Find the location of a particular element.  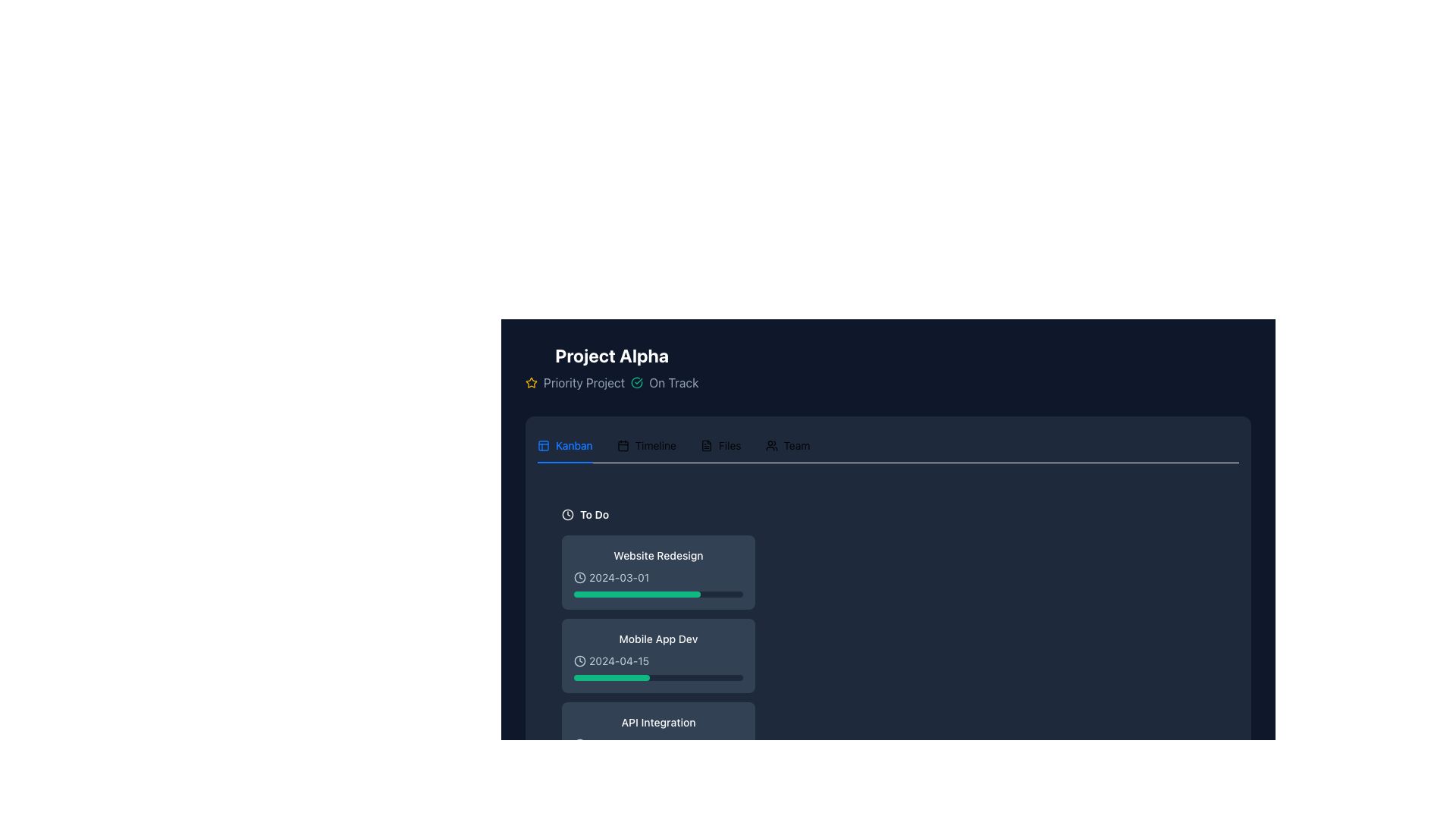

the 'API Integration' task card is located at coordinates (658, 739).